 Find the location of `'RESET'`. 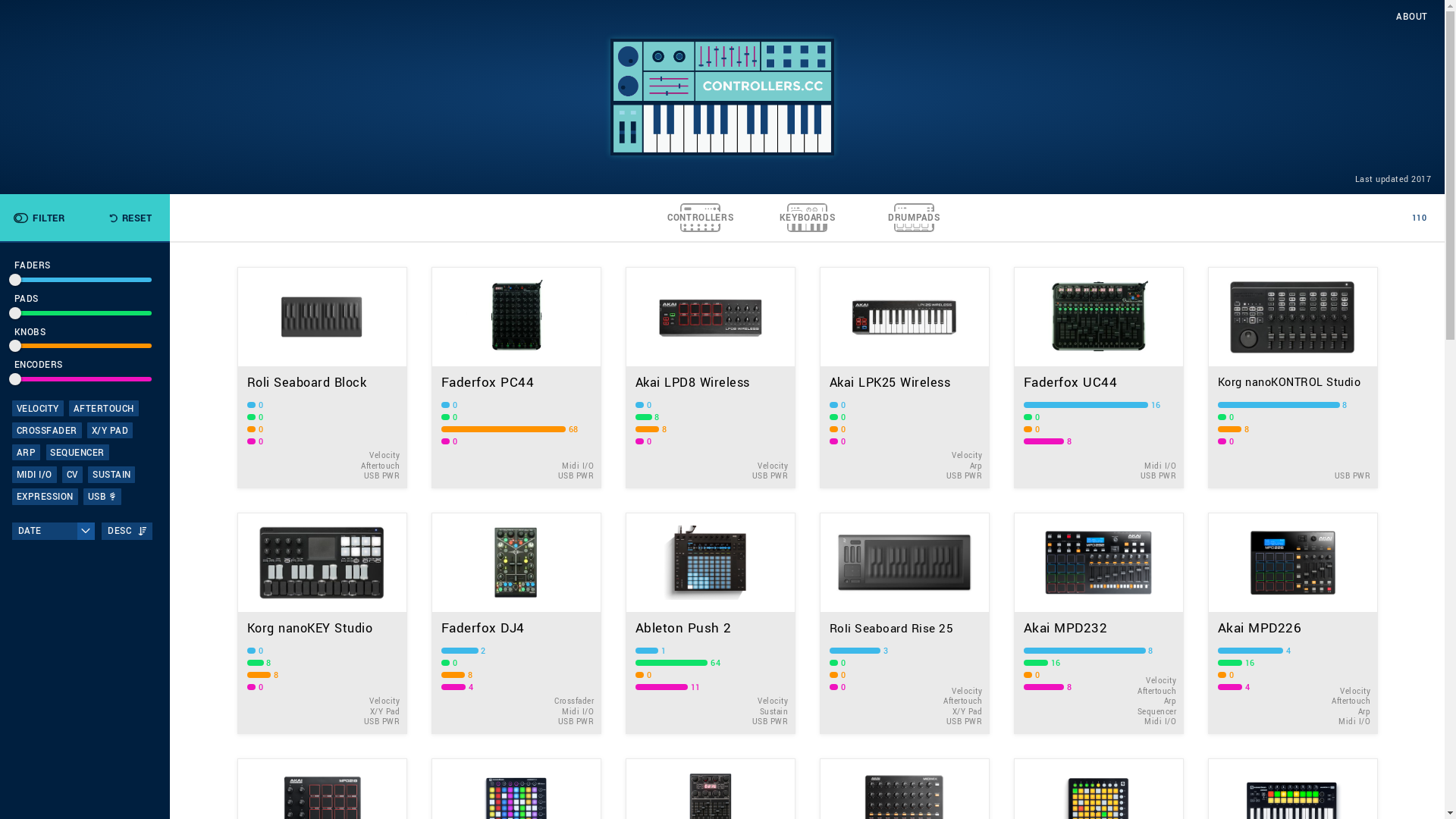

'RESET' is located at coordinates (130, 218).